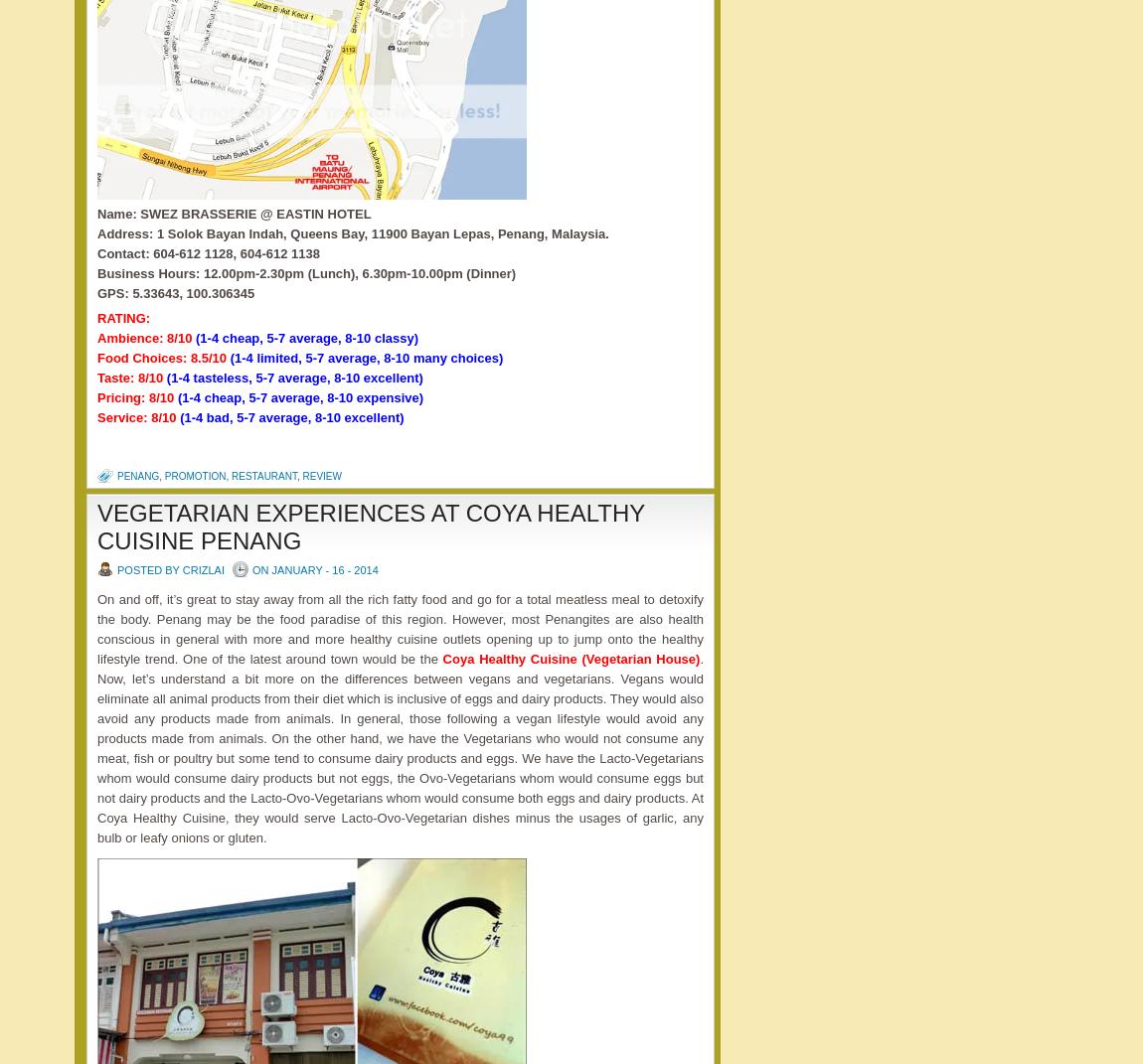 Image resolution: width=1143 pixels, height=1064 pixels. Describe the element at coordinates (137, 417) in the screenshot. I see `'Service: 8/10'` at that location.